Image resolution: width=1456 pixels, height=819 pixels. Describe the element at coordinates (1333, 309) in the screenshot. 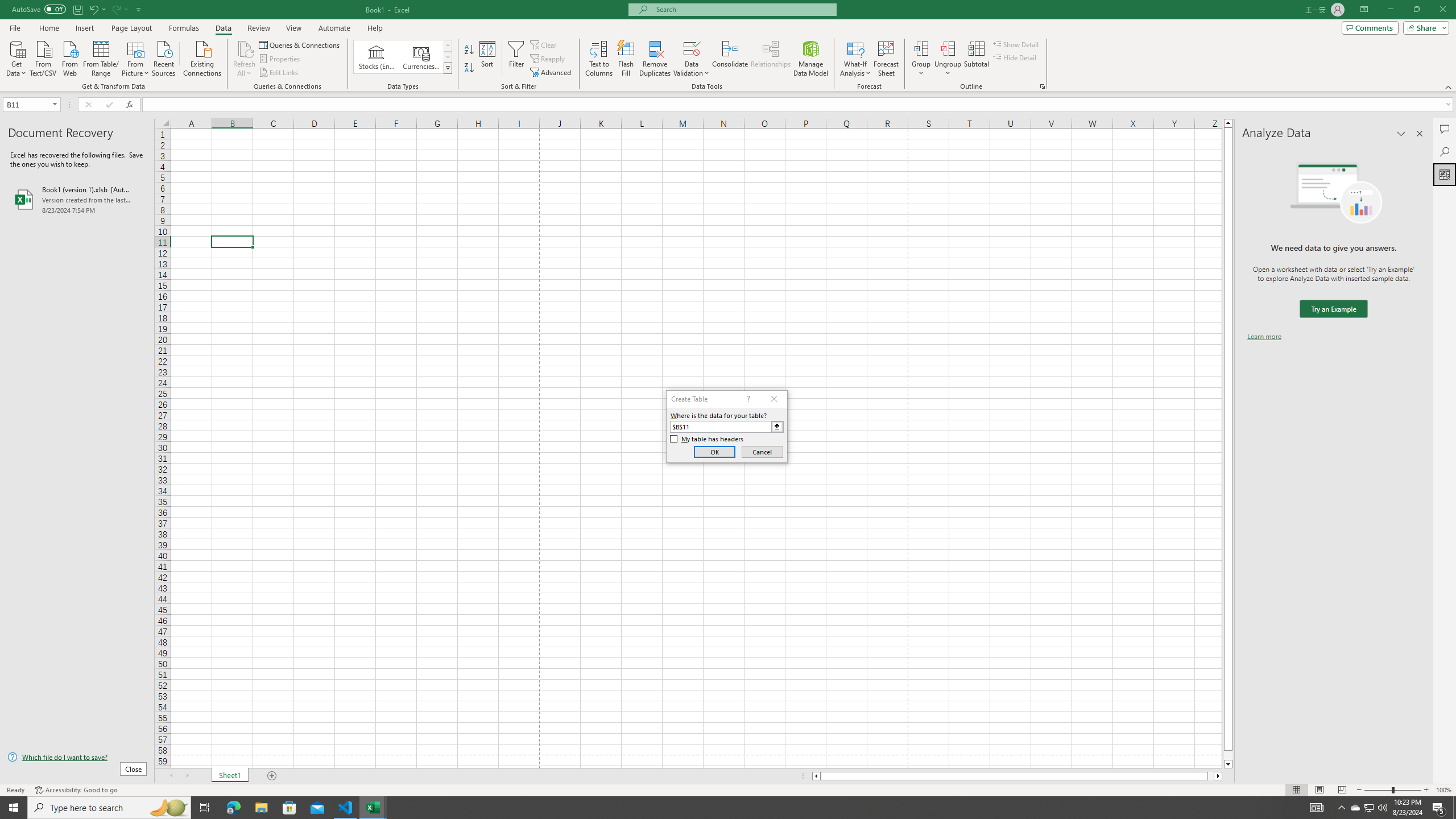

I see `'We need data to give you answers. Try an Example'` at that location.